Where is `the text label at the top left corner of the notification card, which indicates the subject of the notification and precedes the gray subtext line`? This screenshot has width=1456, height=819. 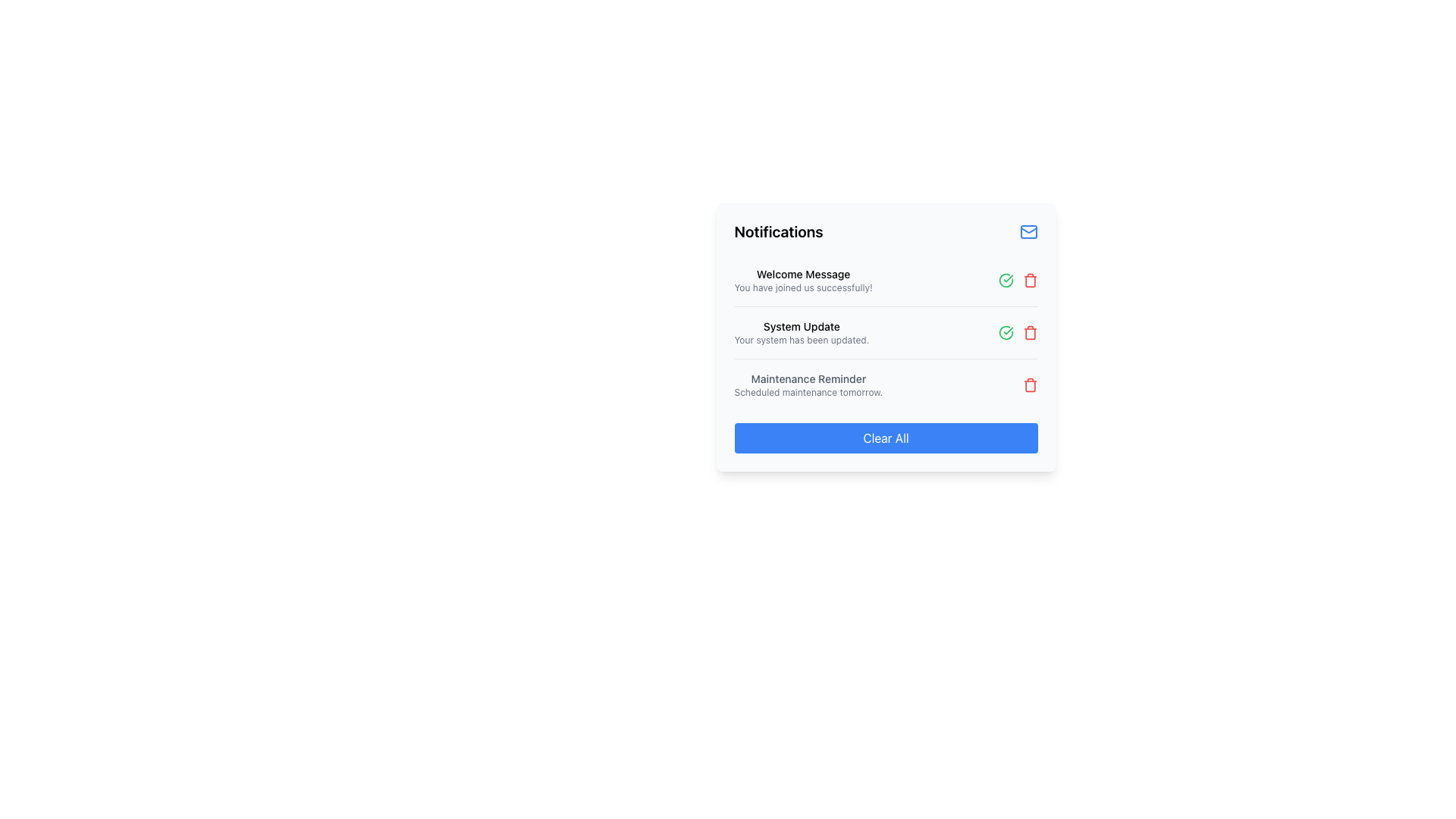
the text label at the top left corner of the notification card, which indicates the subject of the notification and precedes the gray subtext line is located at coordinates (802, 275).